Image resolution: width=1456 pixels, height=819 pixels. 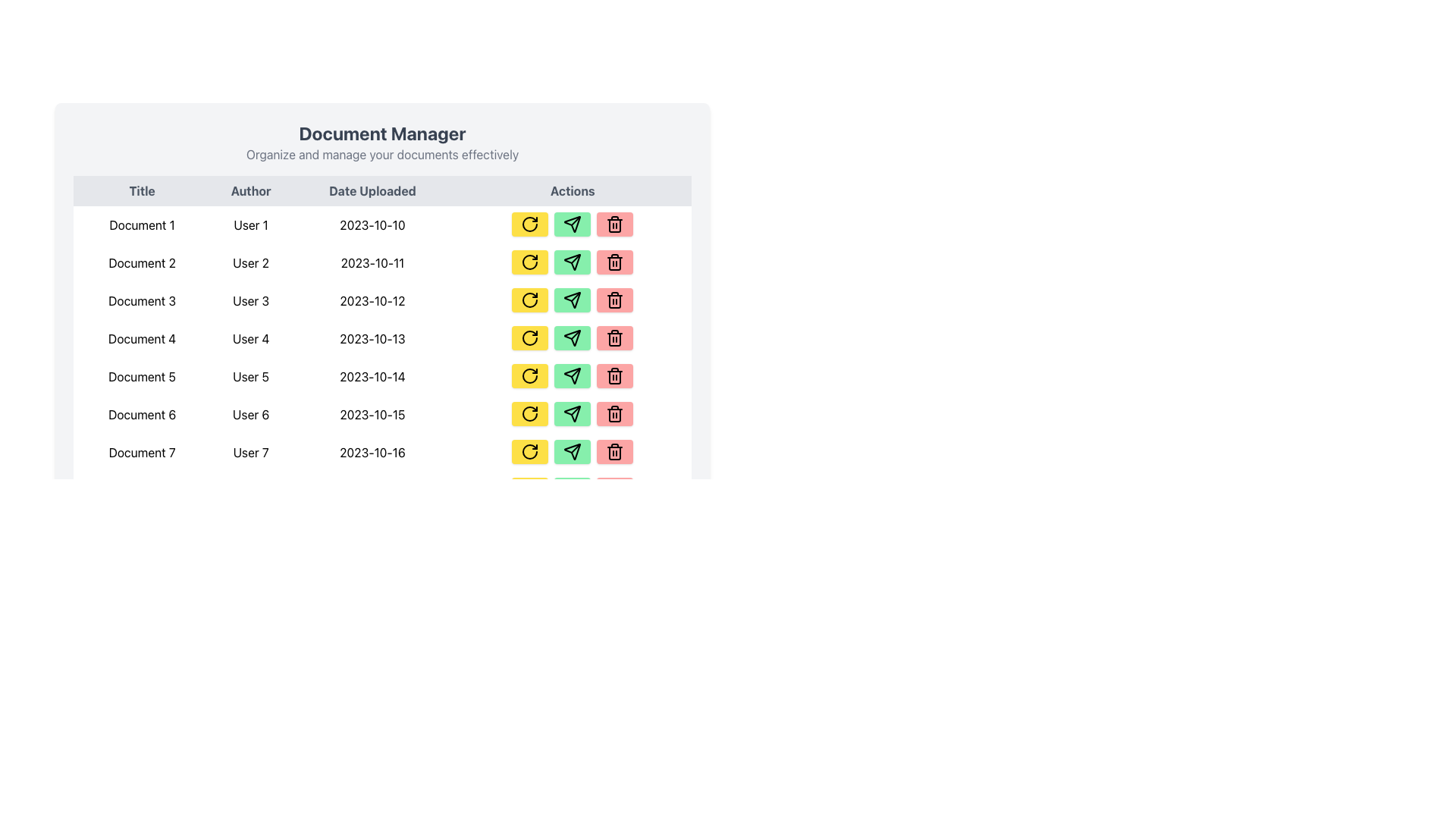 I want to click on the circular clockwise rotation icon with a yellow background in the 'Actions' column of the first row in the 'Document Manager' table, so click(x=530, y=224).